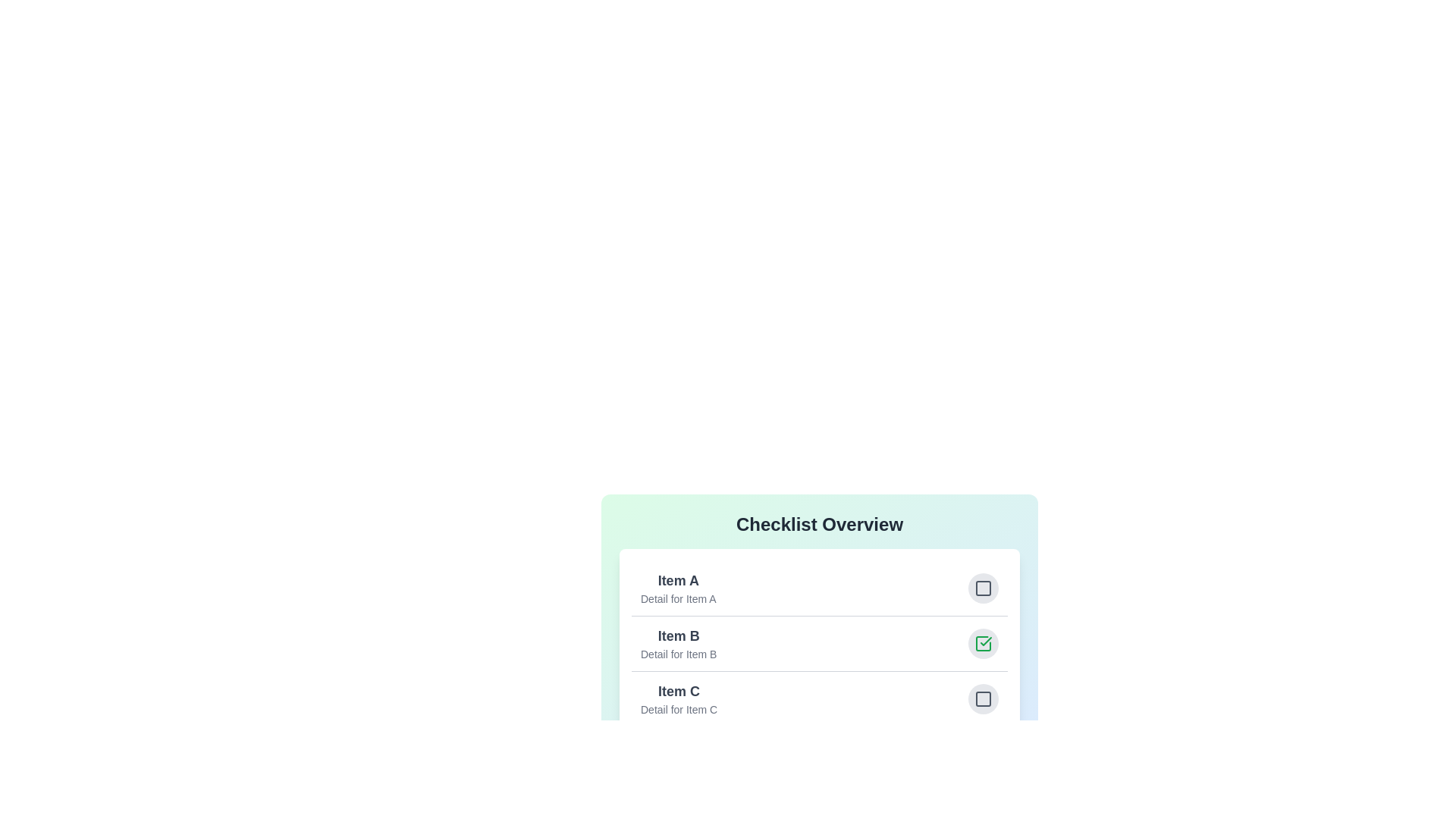 The height and width of the screenshot is (819, 1456). I want to click on the item Item A to view its details, so click(818, 587).